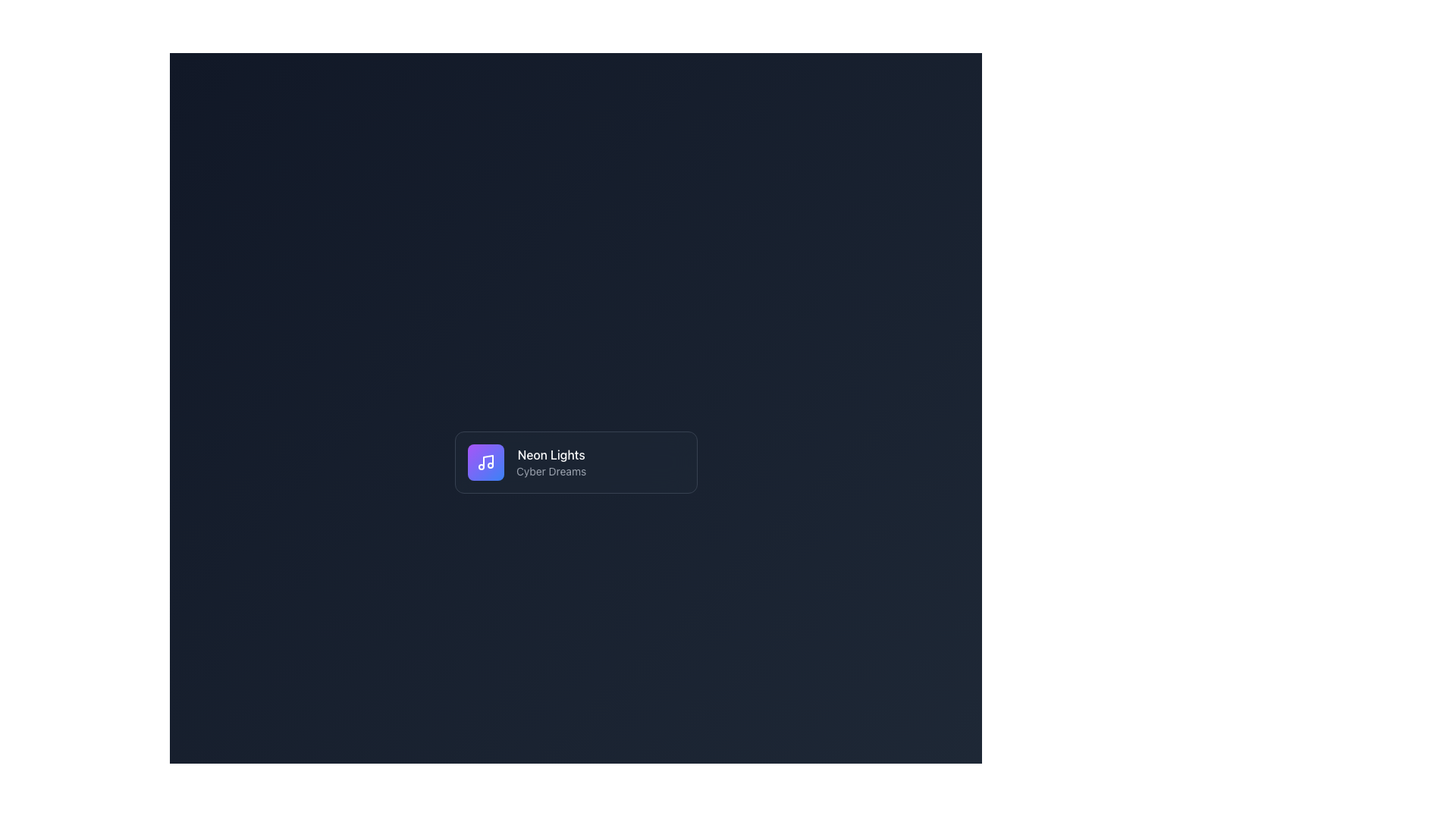 The image size is (1456, 819). I want to click on the leftmost circular interactive icon located at the bottom-right corner of the interface to change its appearance from gray to white, so click(613, 769).